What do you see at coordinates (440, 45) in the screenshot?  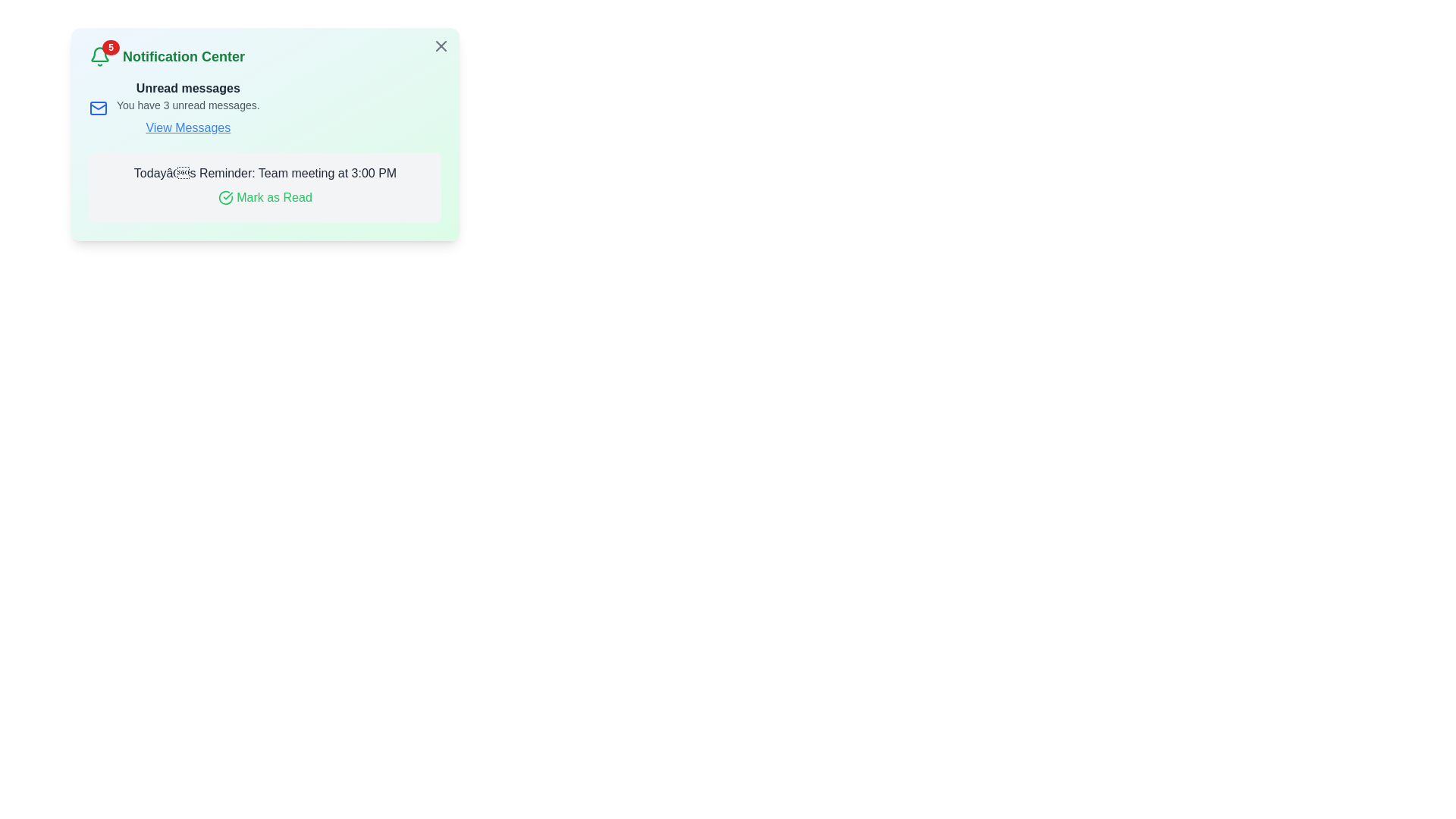 I see `the cross-shaped 'close' icon located at the top-right corner of the notification card` at bounding box center [440, 45].